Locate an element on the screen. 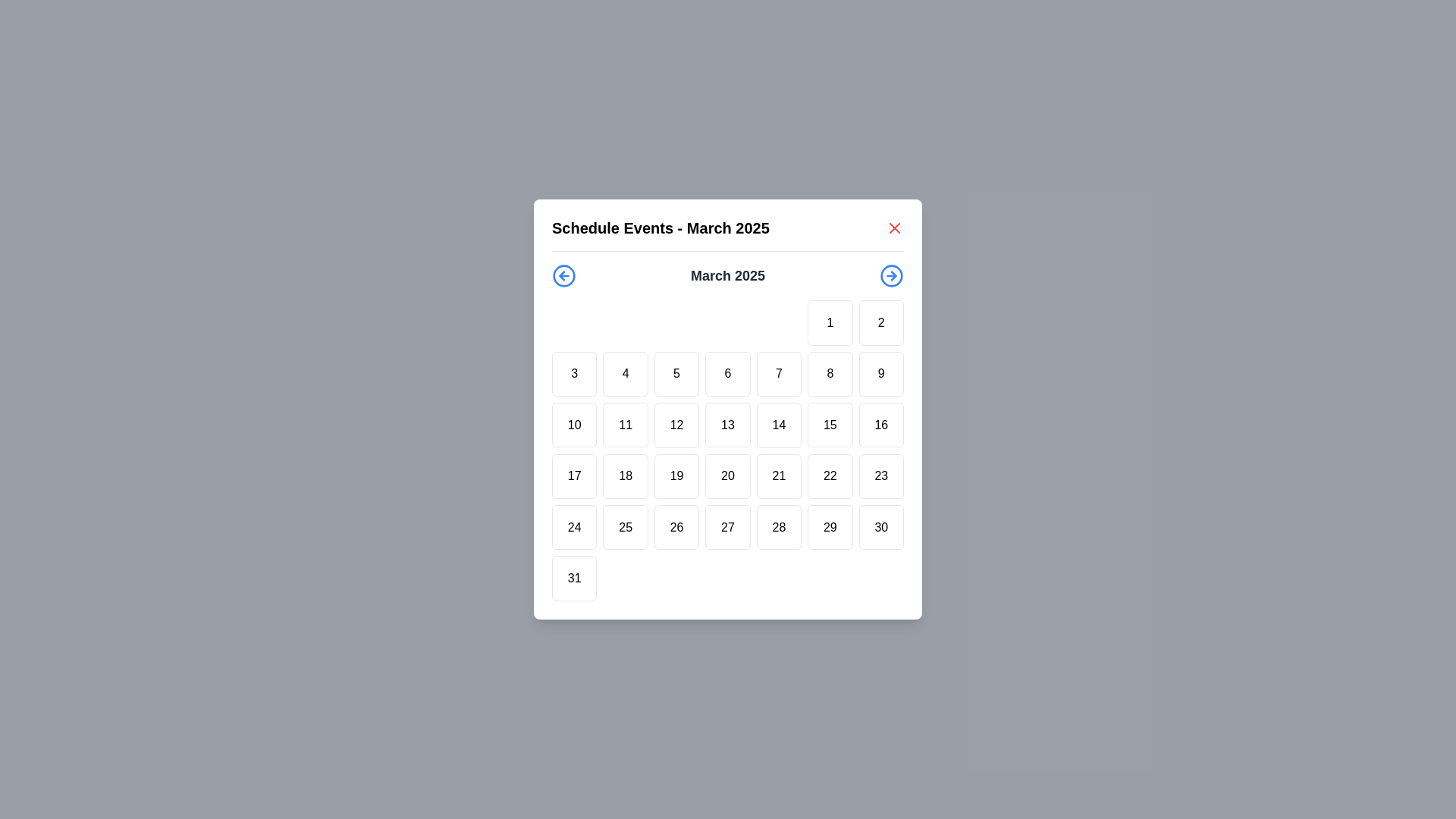  the square button displaying the text '27' in the calendar interface is located at coordinates (728, 526).